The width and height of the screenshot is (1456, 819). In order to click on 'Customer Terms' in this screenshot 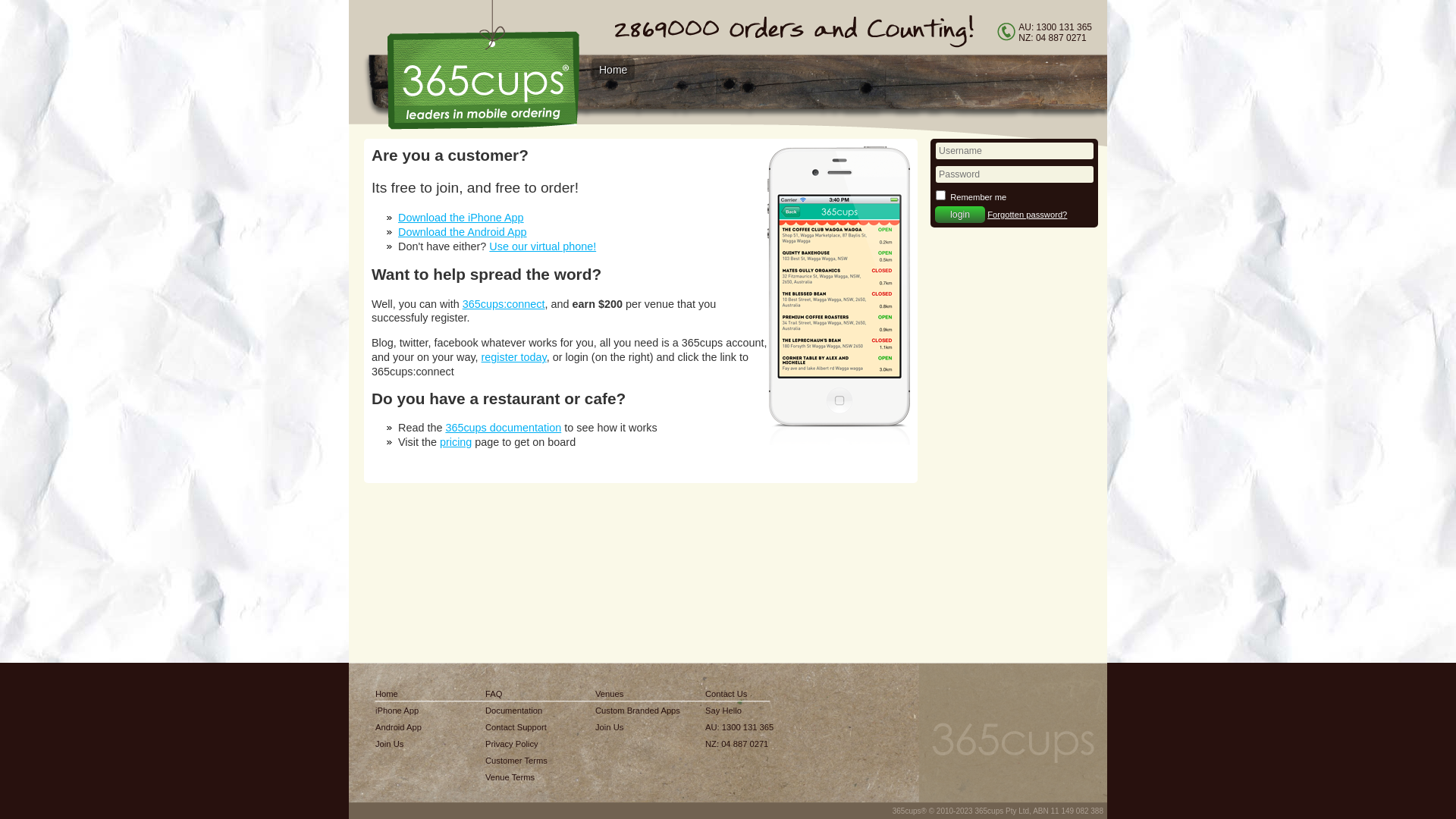, I will do `click(516, 760)`.